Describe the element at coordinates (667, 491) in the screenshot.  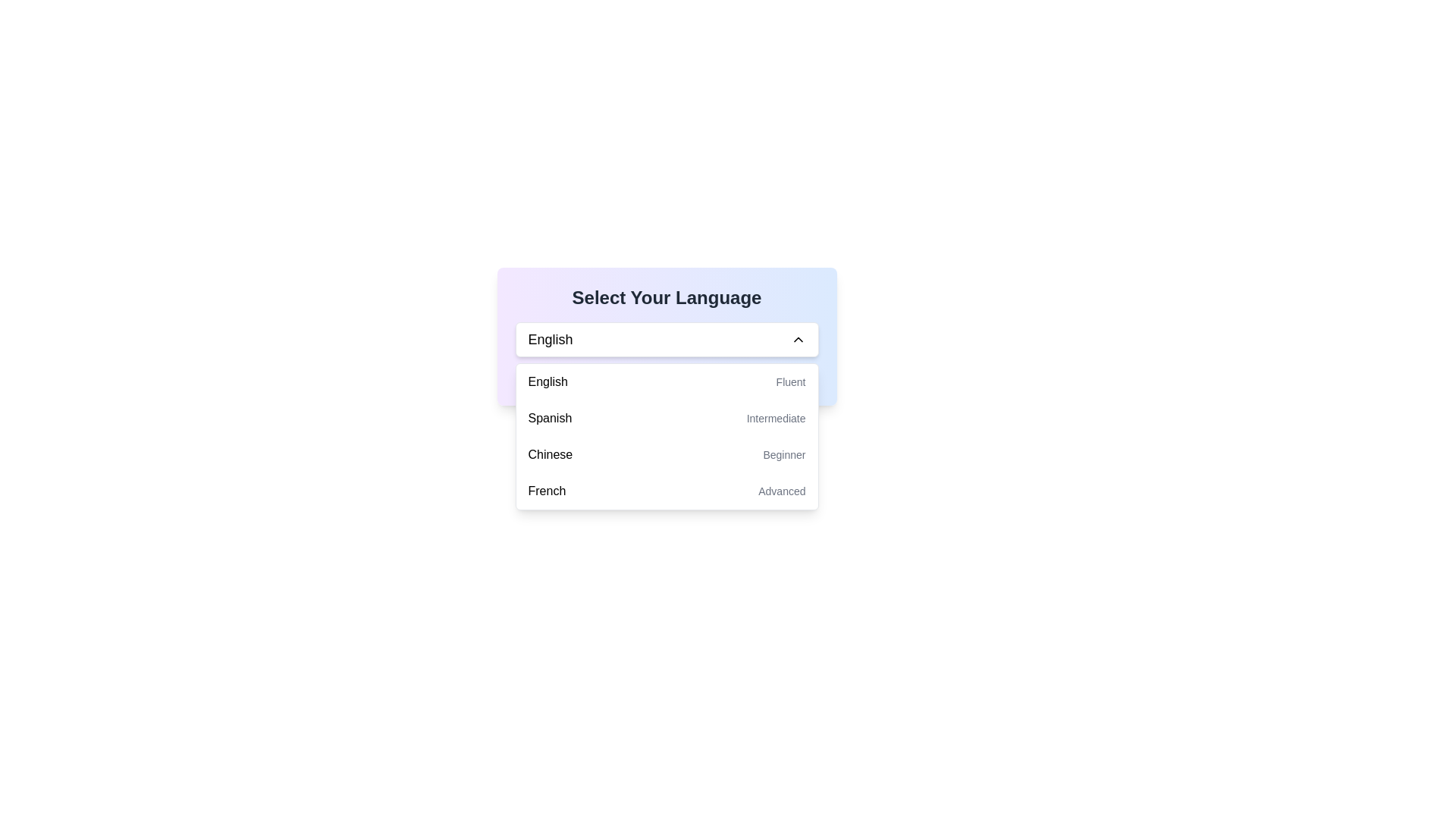
I see `the fourth item in the dropdown menu labeled 'French Advanced'` at that location.